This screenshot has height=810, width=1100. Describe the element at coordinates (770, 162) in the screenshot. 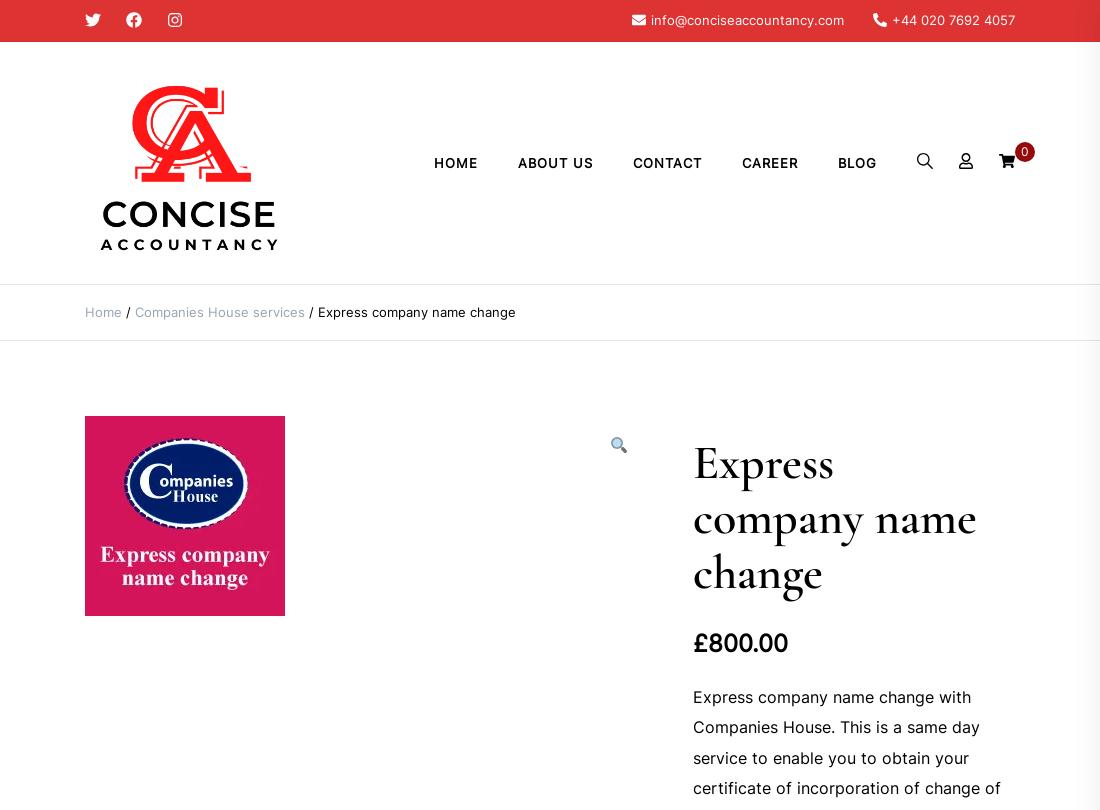

I see `'Career'` at that location.